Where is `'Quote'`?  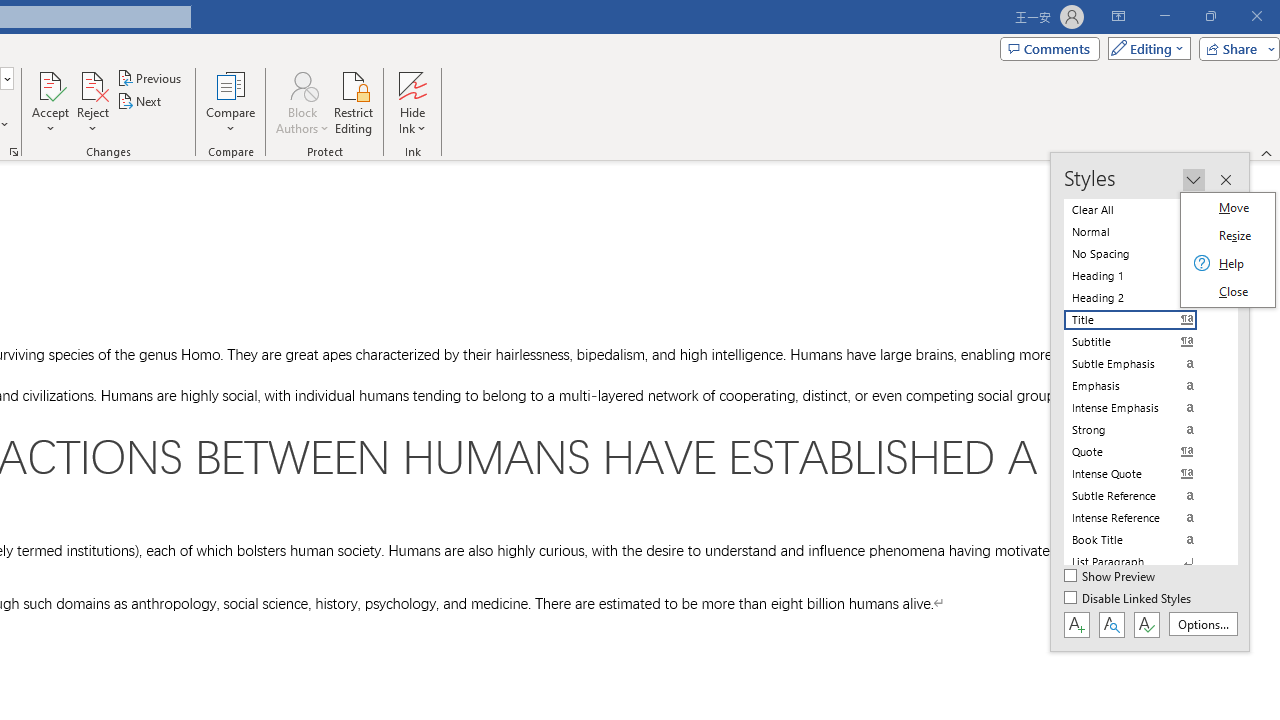 'Quote' is located at coordinates (1142, 451).